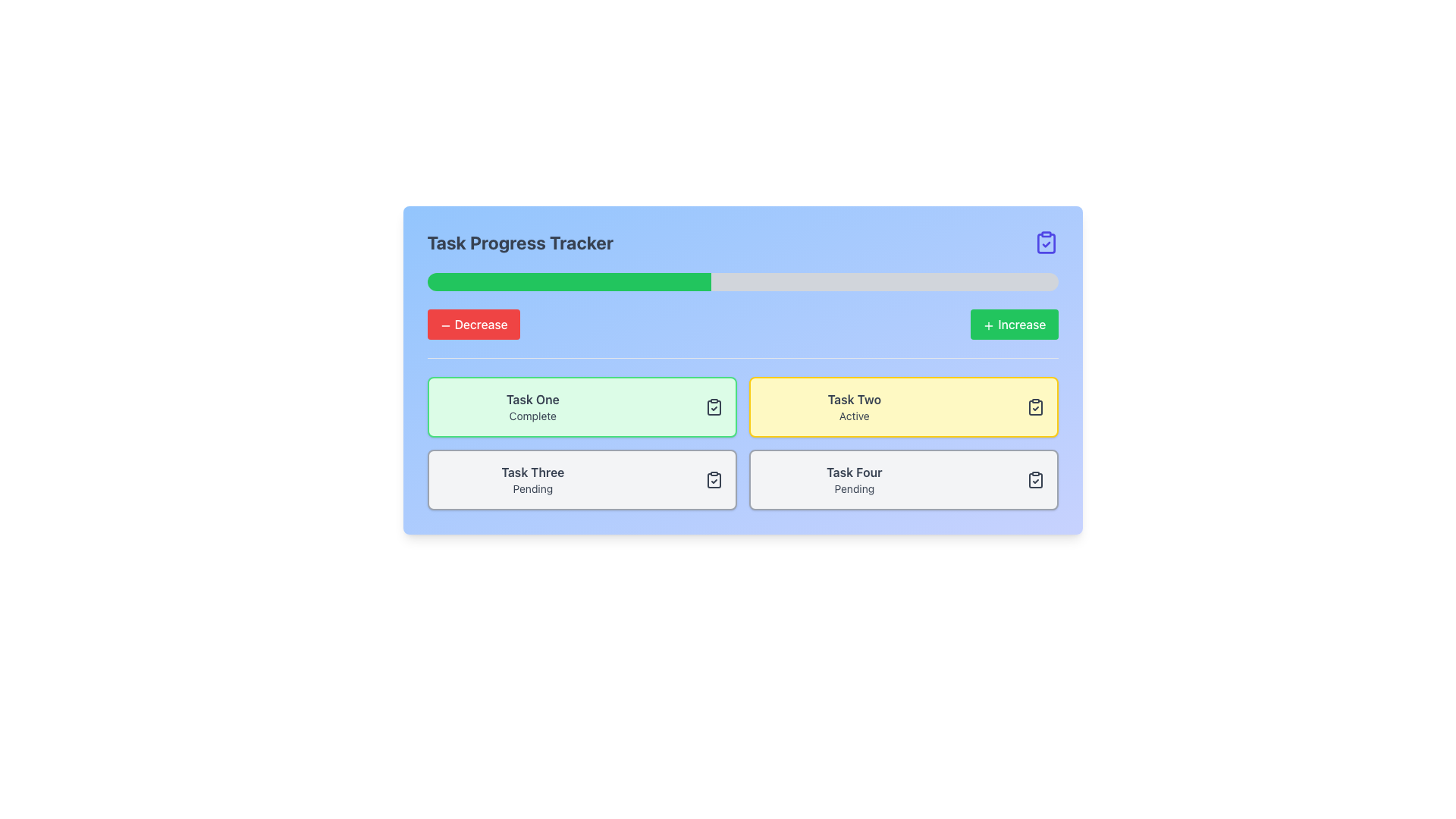 This screenshot has height=819, width=1456. What do you see at coordinates (854, 406) in the screenshot?
I see `the text label displaying 'Task Two' with status 'Active', which is located in the second column of the task list grid and has a yellow background` at bounding box center [854, 406].